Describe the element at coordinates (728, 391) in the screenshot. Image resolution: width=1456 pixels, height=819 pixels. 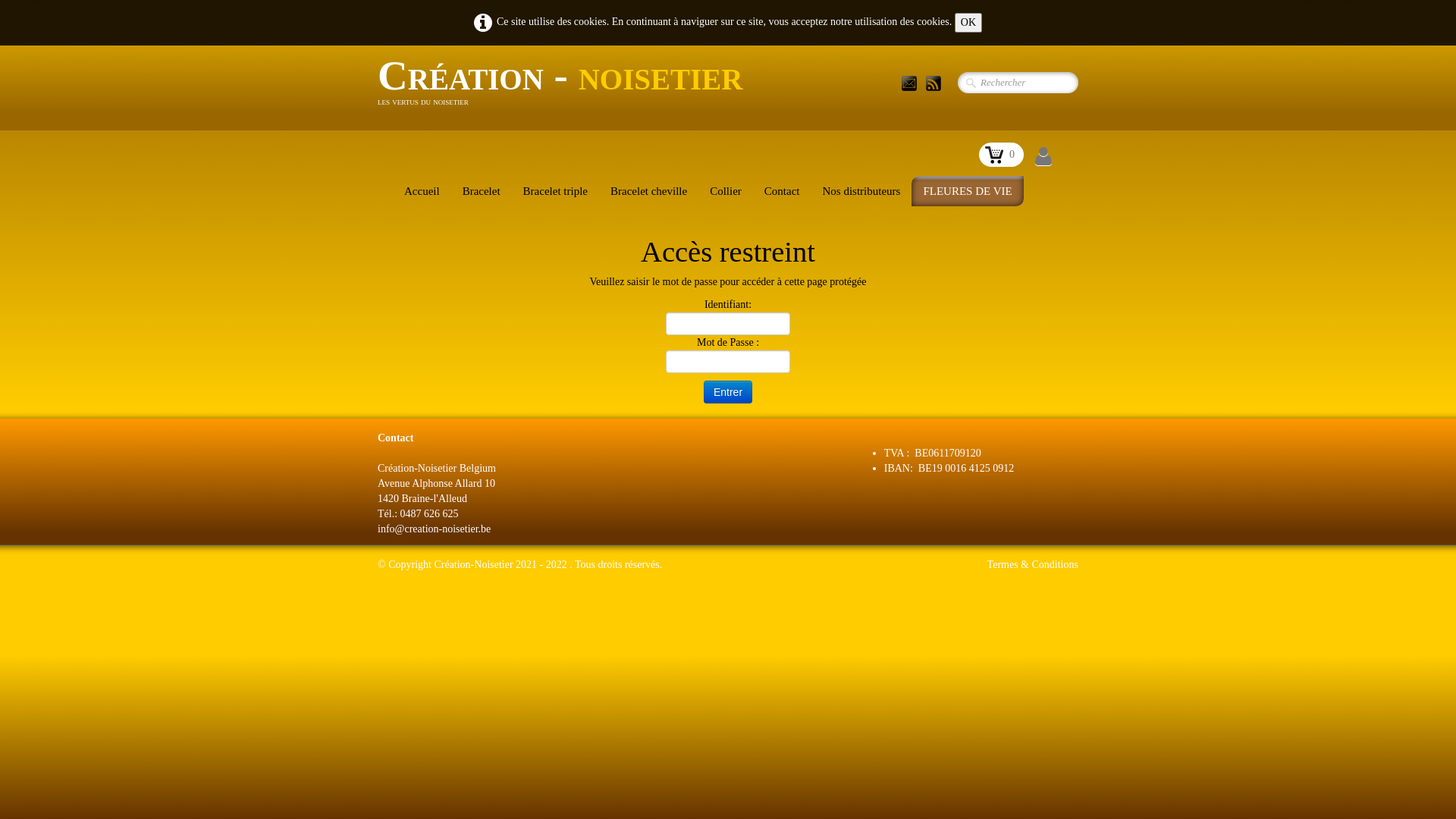
I see `'Entrer'` at that location.